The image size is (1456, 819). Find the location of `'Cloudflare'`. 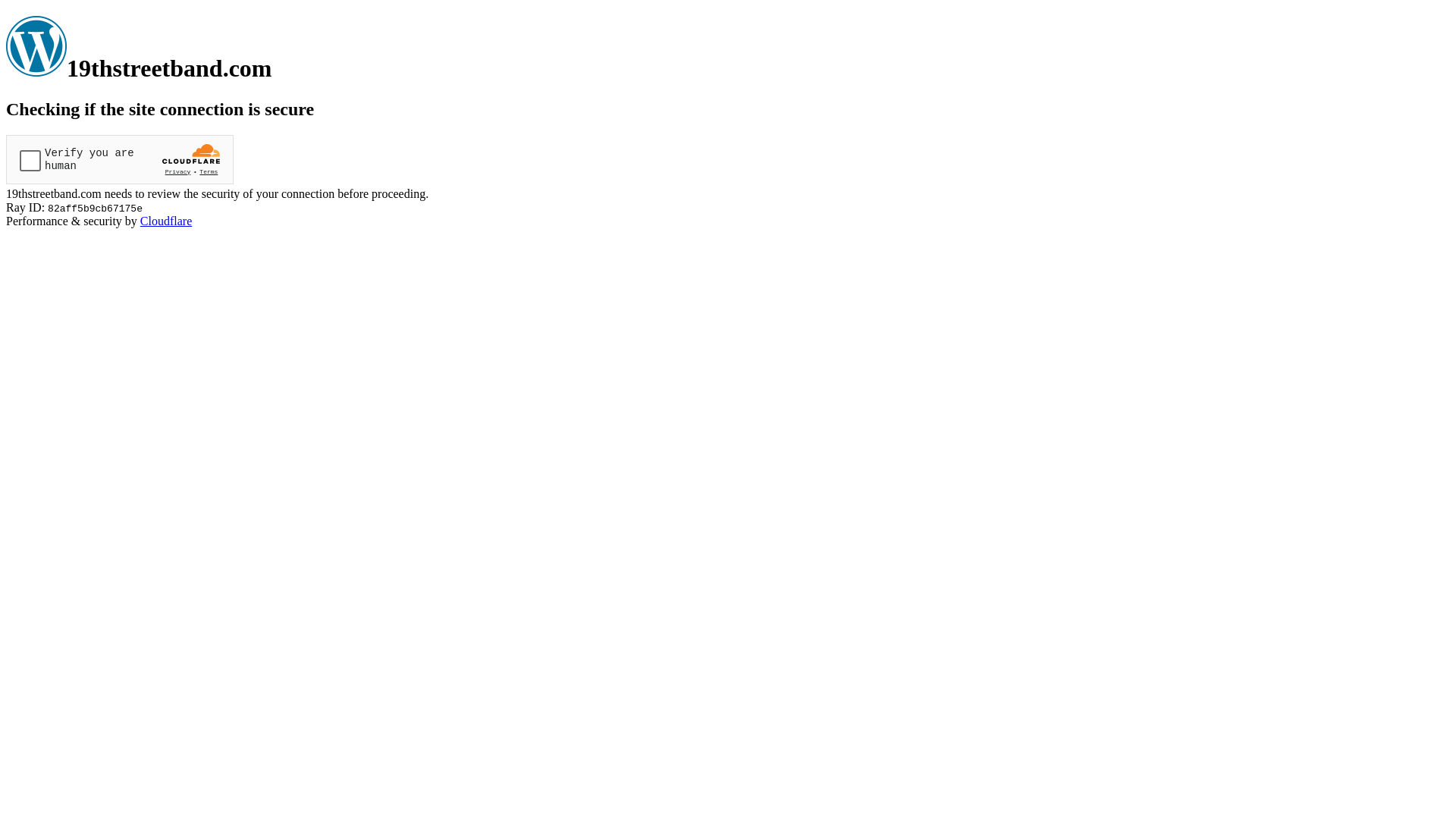

'Cloudflare' is located at coordinates (166, 221).